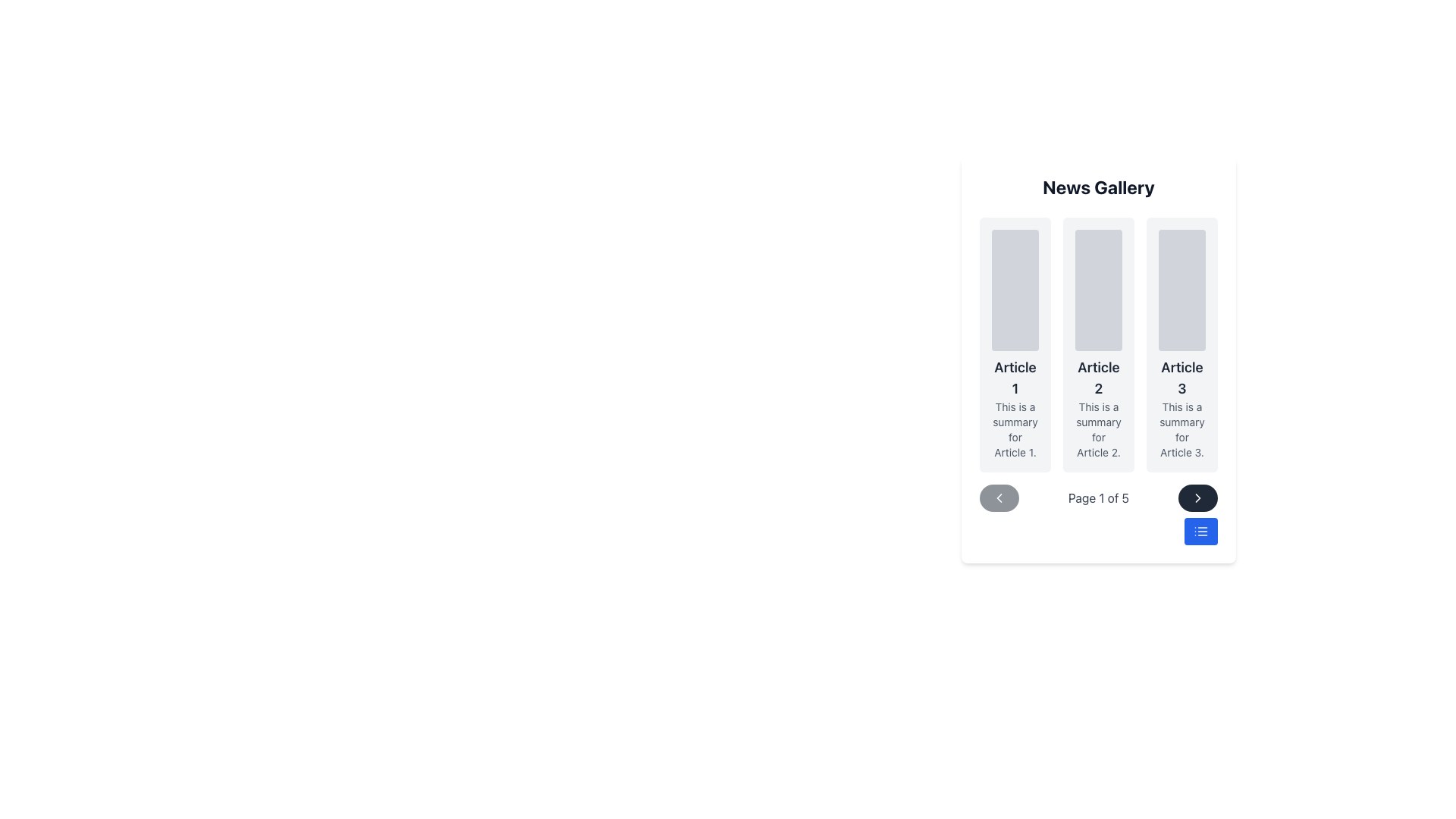 The width and height of the screenshot is (1456, 819). What do you see at coordinates (1181, 345) in the screenshot?
I see `the informational card located at the far right of the 'News Gallery' grid` at bounding box center [1181, 345].